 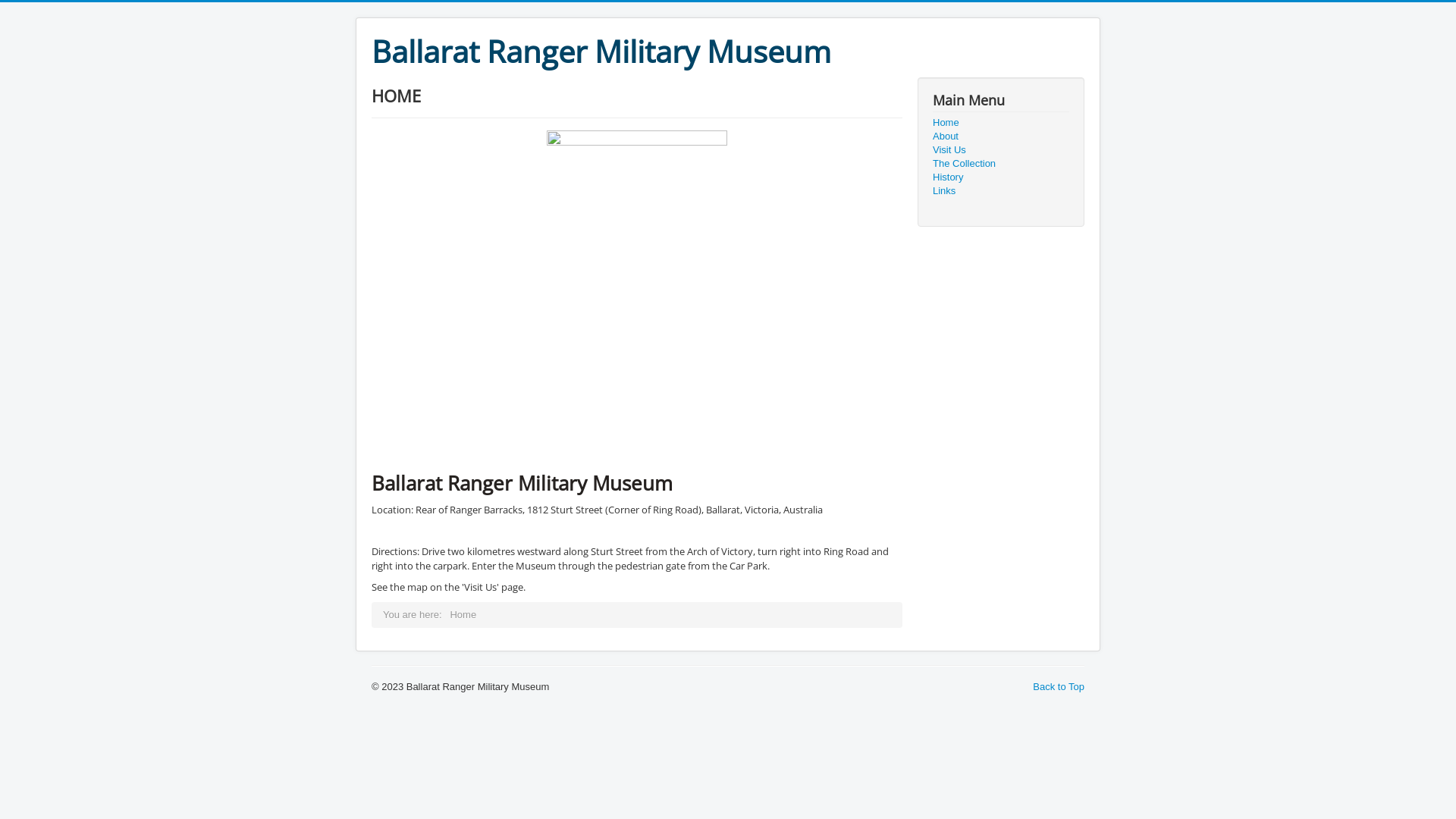 I want to click on 'Back to Top', so click(x=1058, y=686).